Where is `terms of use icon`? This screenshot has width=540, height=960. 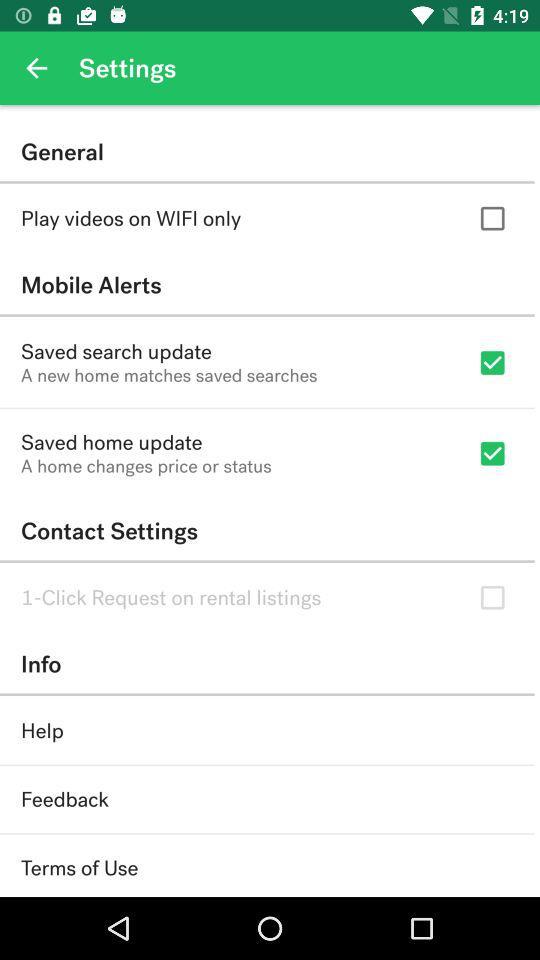
terms of use icon is located at coordinates (78, 867).